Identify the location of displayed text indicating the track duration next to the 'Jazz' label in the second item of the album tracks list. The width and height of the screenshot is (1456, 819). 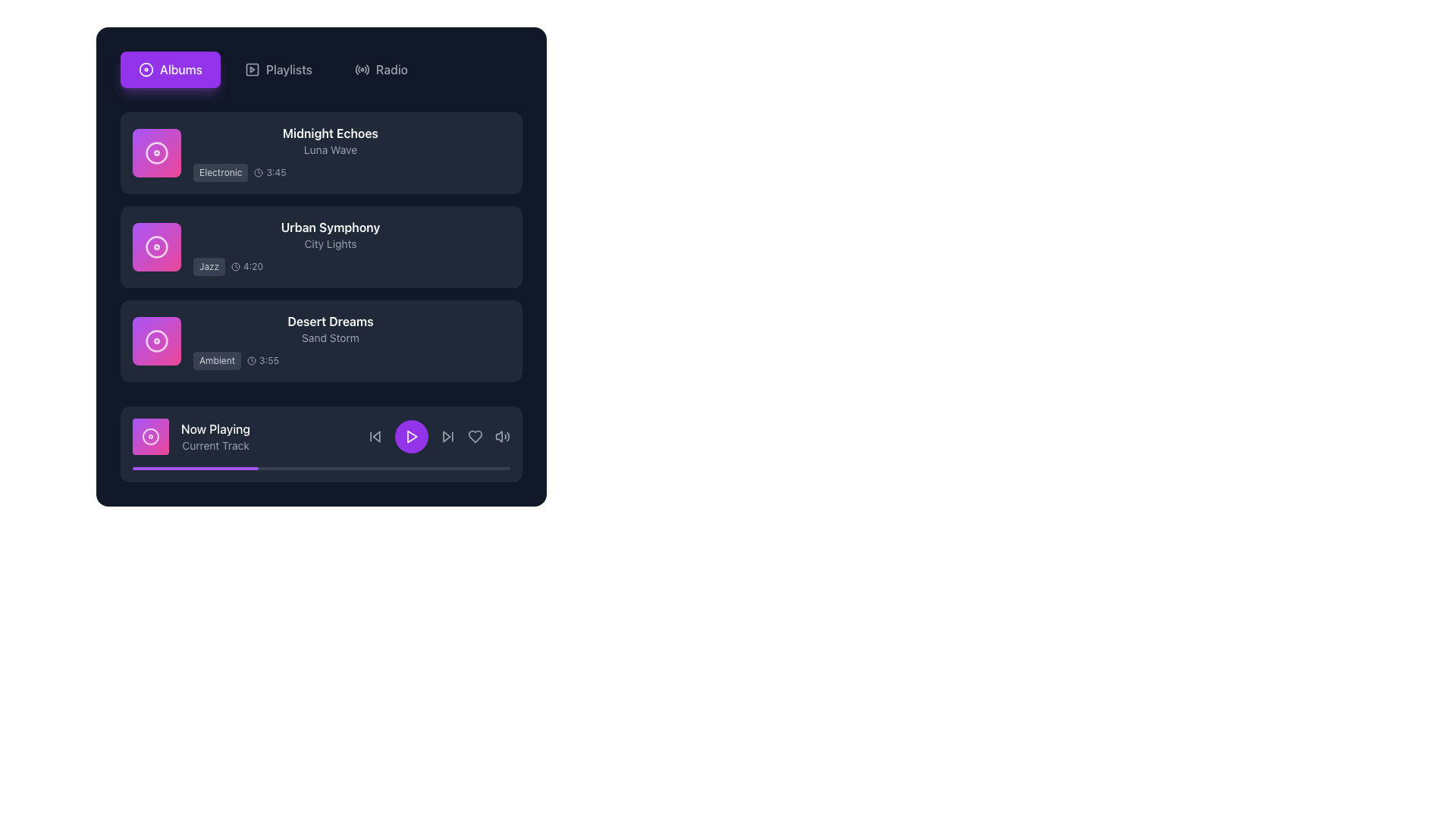
(247, 265).